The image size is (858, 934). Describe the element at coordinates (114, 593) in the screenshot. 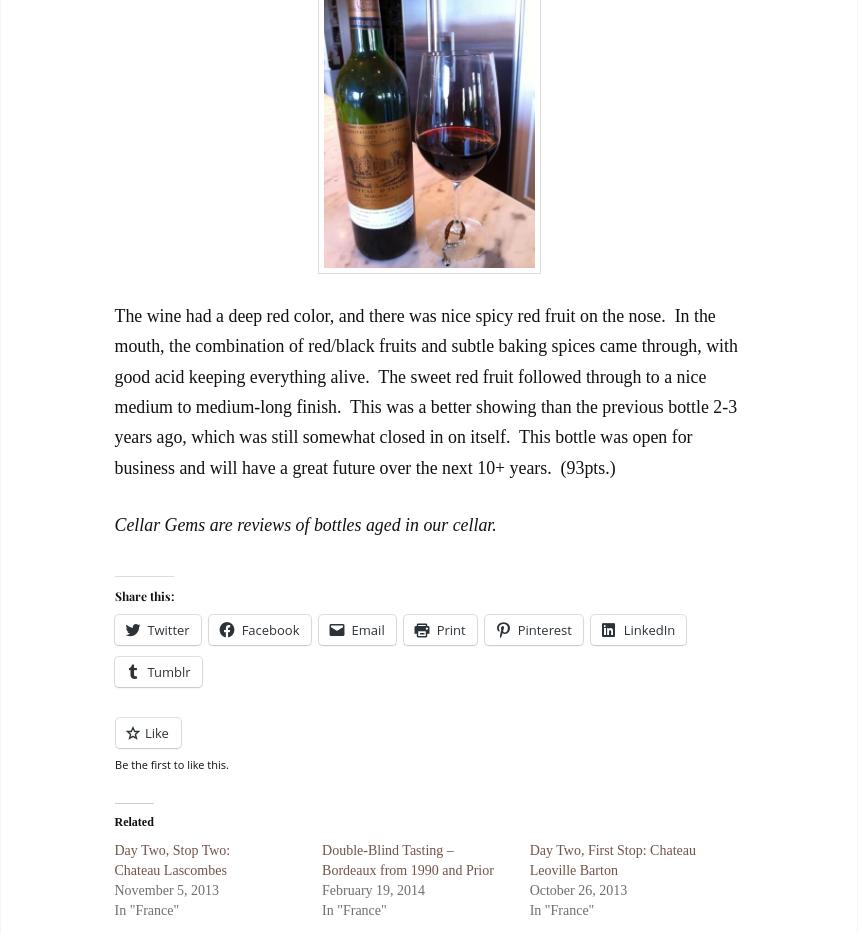

I see `'Share this:'` at that location.